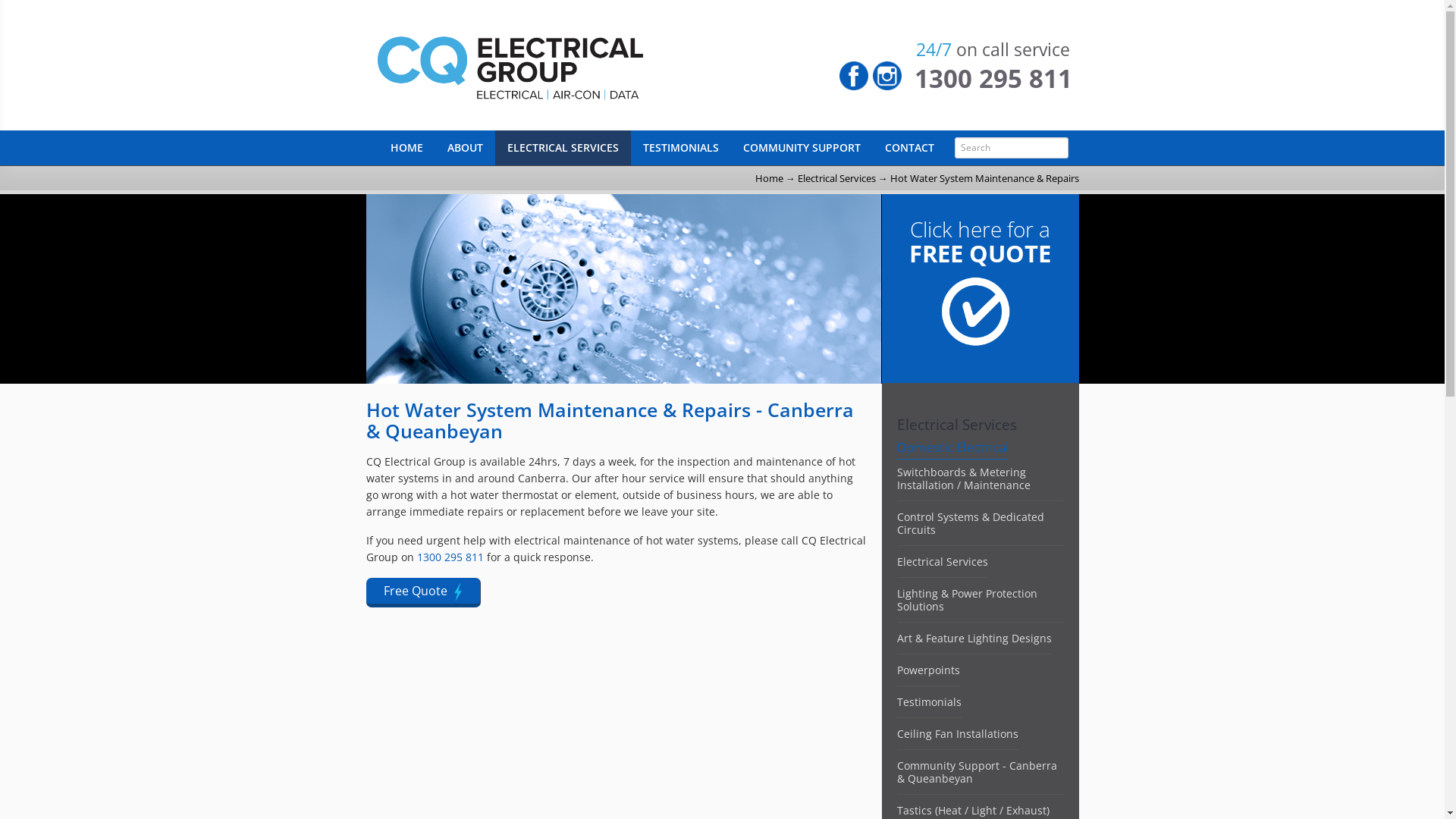  Describe the element at coordinates (769, 177) in the screenshot. I see `'Home'` at that location.